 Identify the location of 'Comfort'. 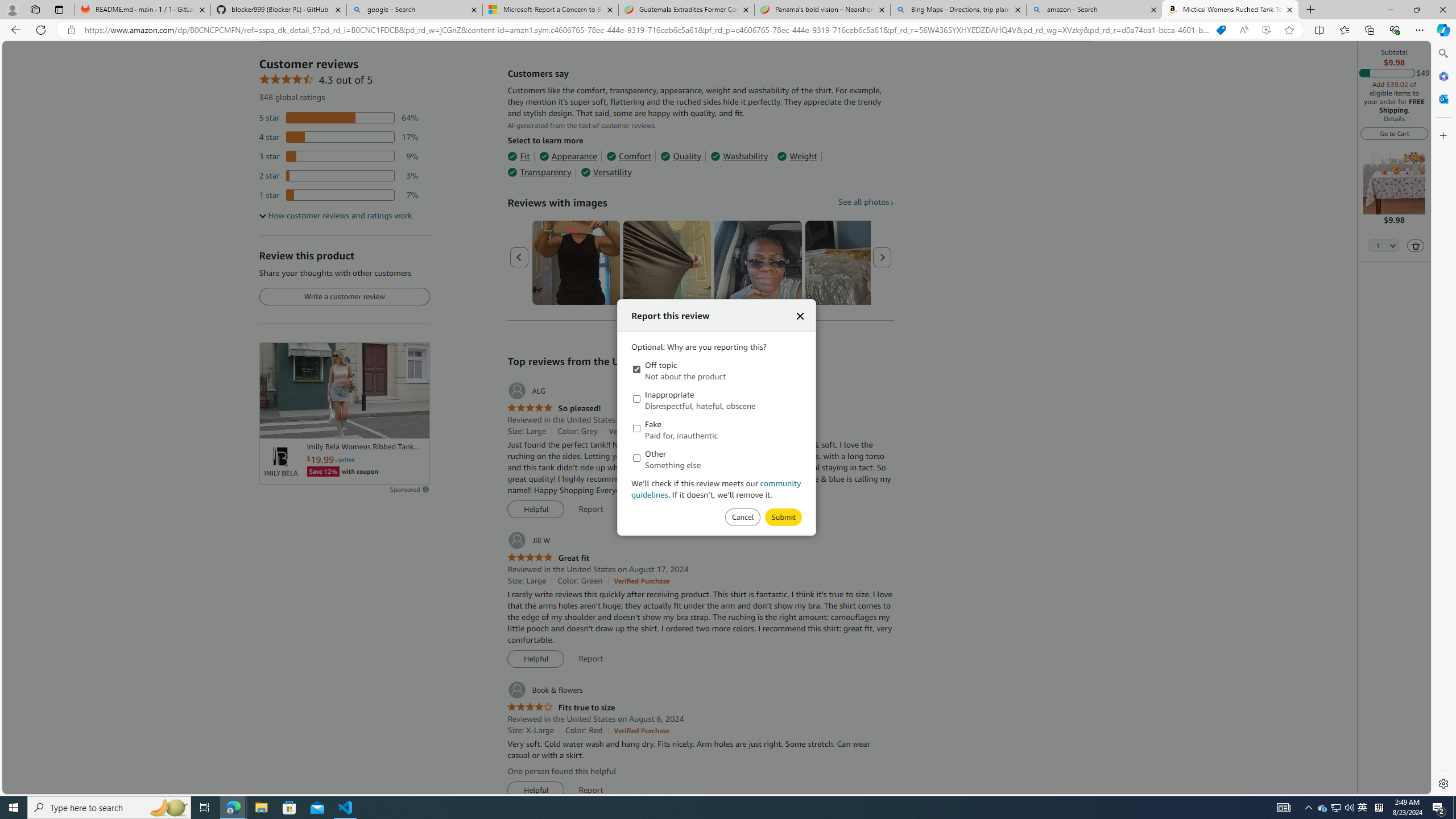
(628, 156).